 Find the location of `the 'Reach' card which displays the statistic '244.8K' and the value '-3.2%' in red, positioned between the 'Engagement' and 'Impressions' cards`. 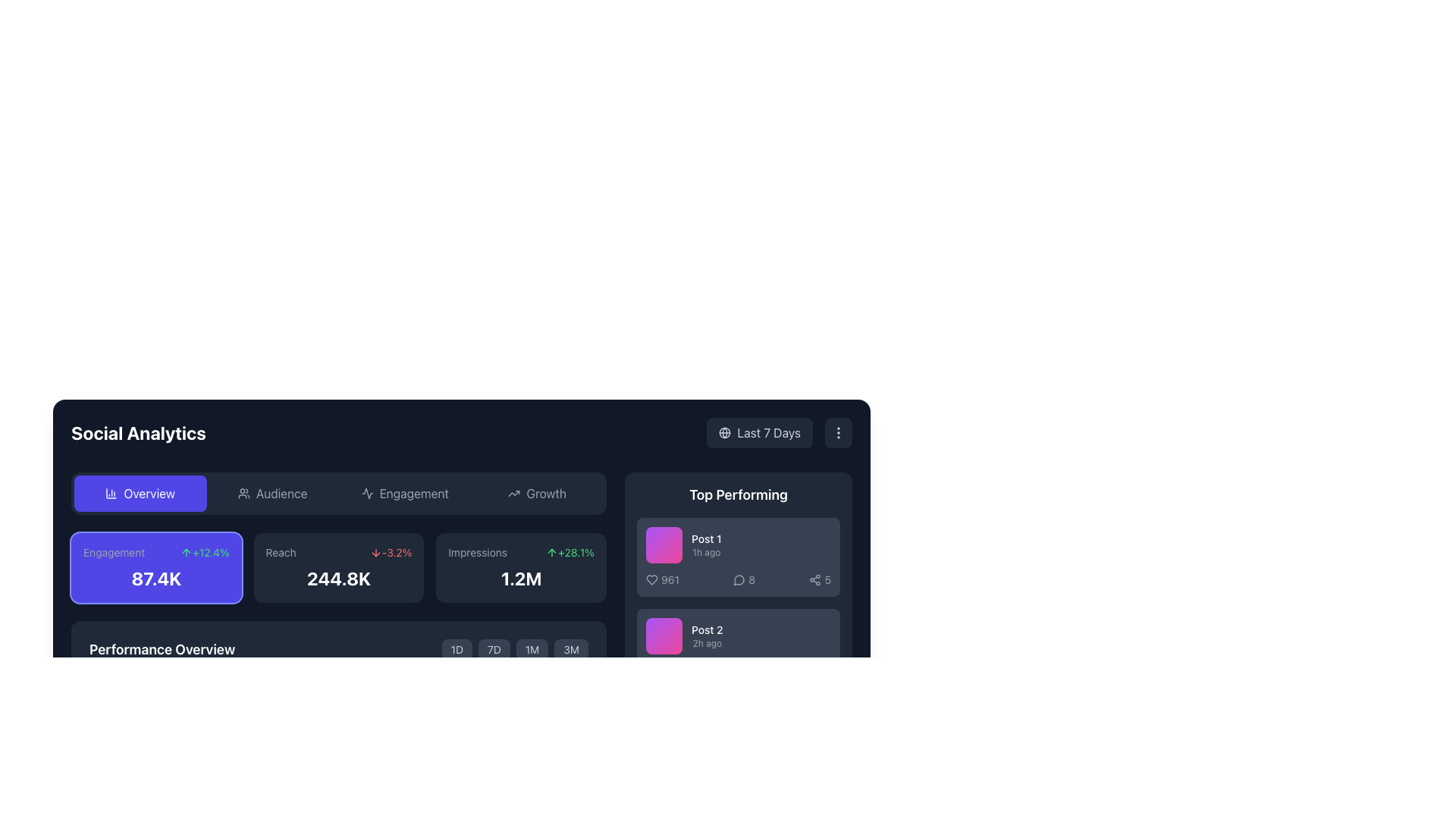

the 'Reach' card which displays the statistic '244.8K' and the value '-3.2%' in red, positioned between the 'Engagement' and 'Impressions' cards is located at coordinates (337, 567).